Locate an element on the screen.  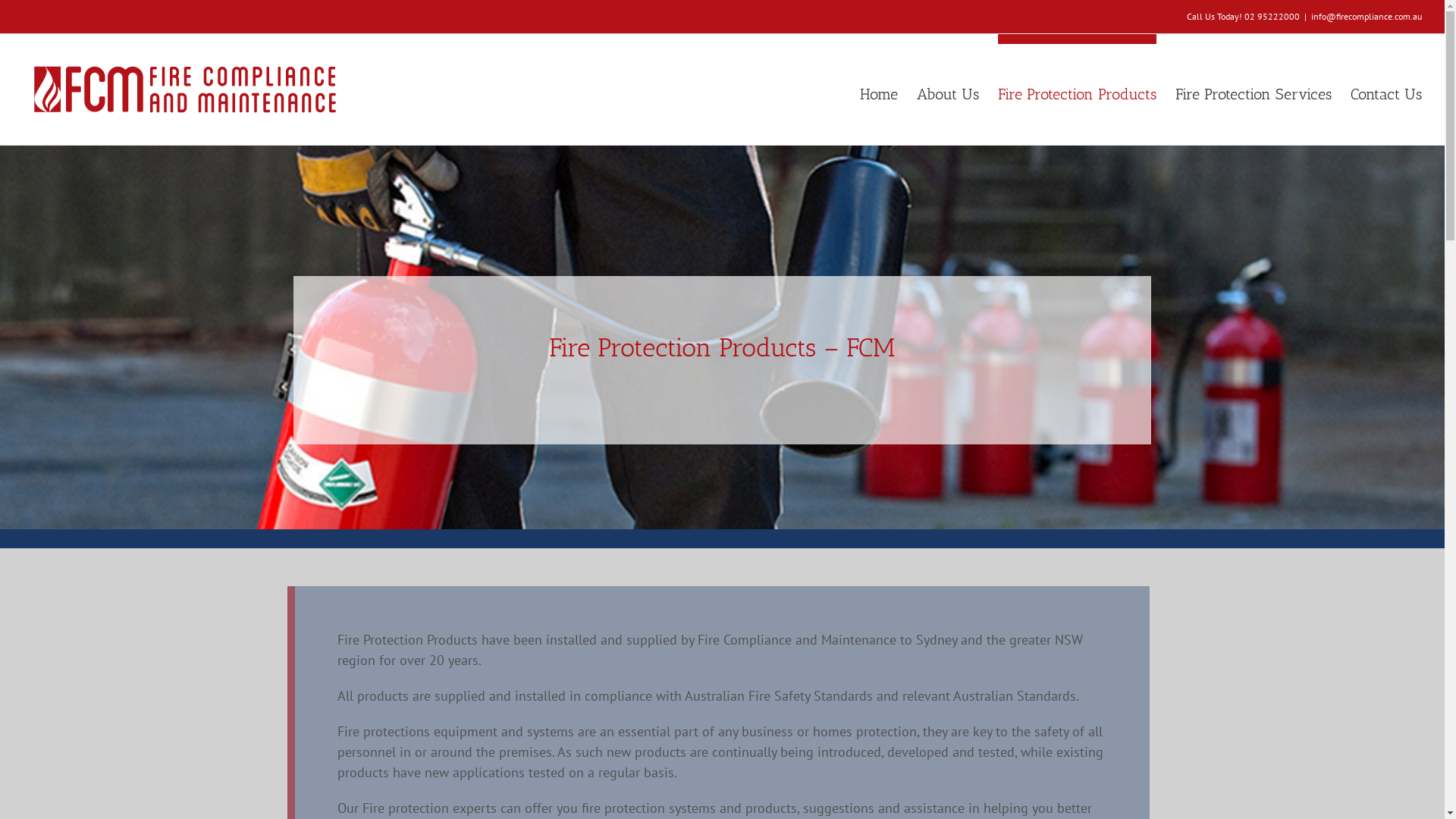
'Fire Protection Services' is located at coordinates (1253, 89).